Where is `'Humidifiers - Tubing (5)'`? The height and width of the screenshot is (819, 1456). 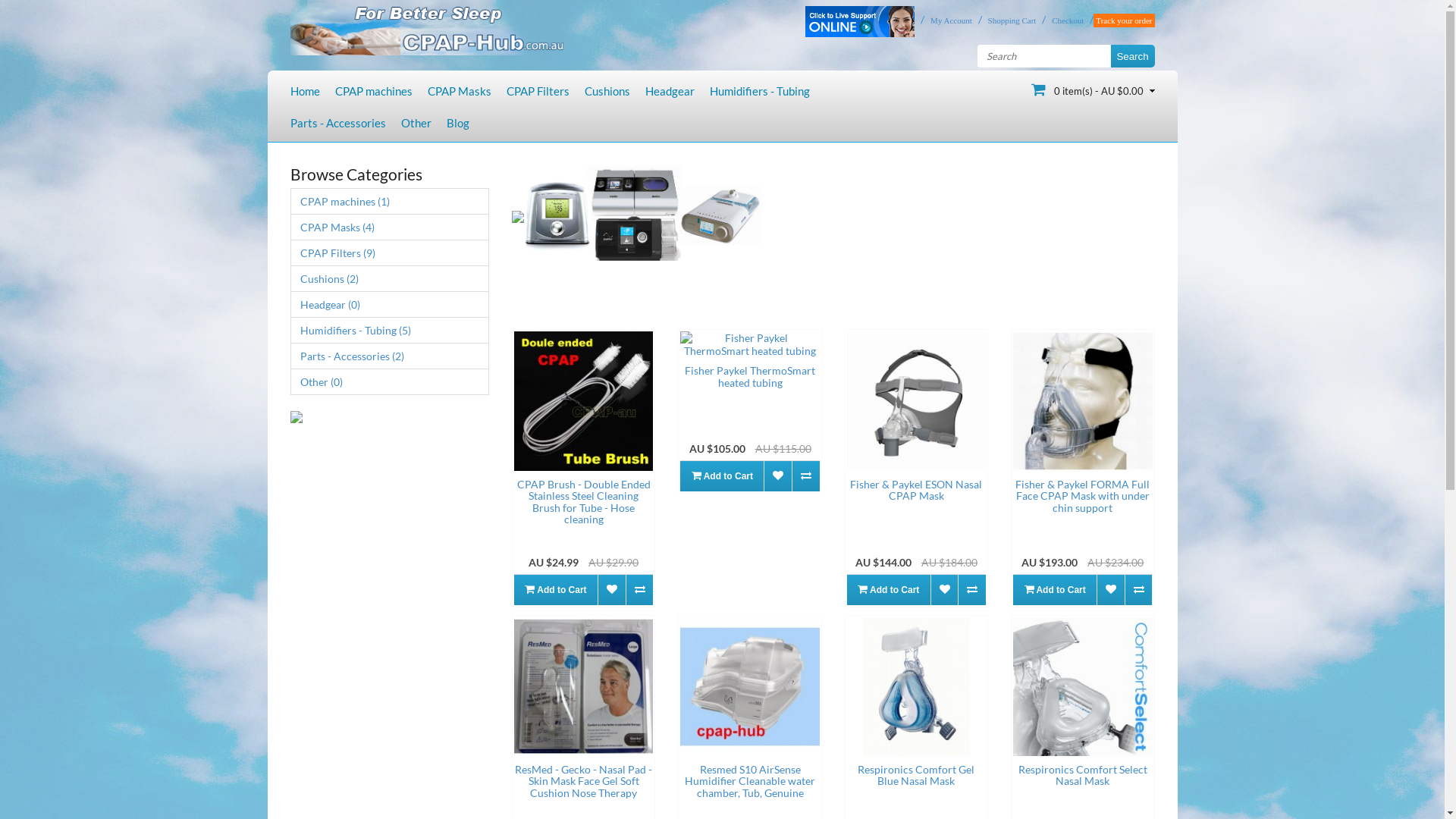 'Humidifiers - Tubing (5)' is located at coordinates (389, 329).